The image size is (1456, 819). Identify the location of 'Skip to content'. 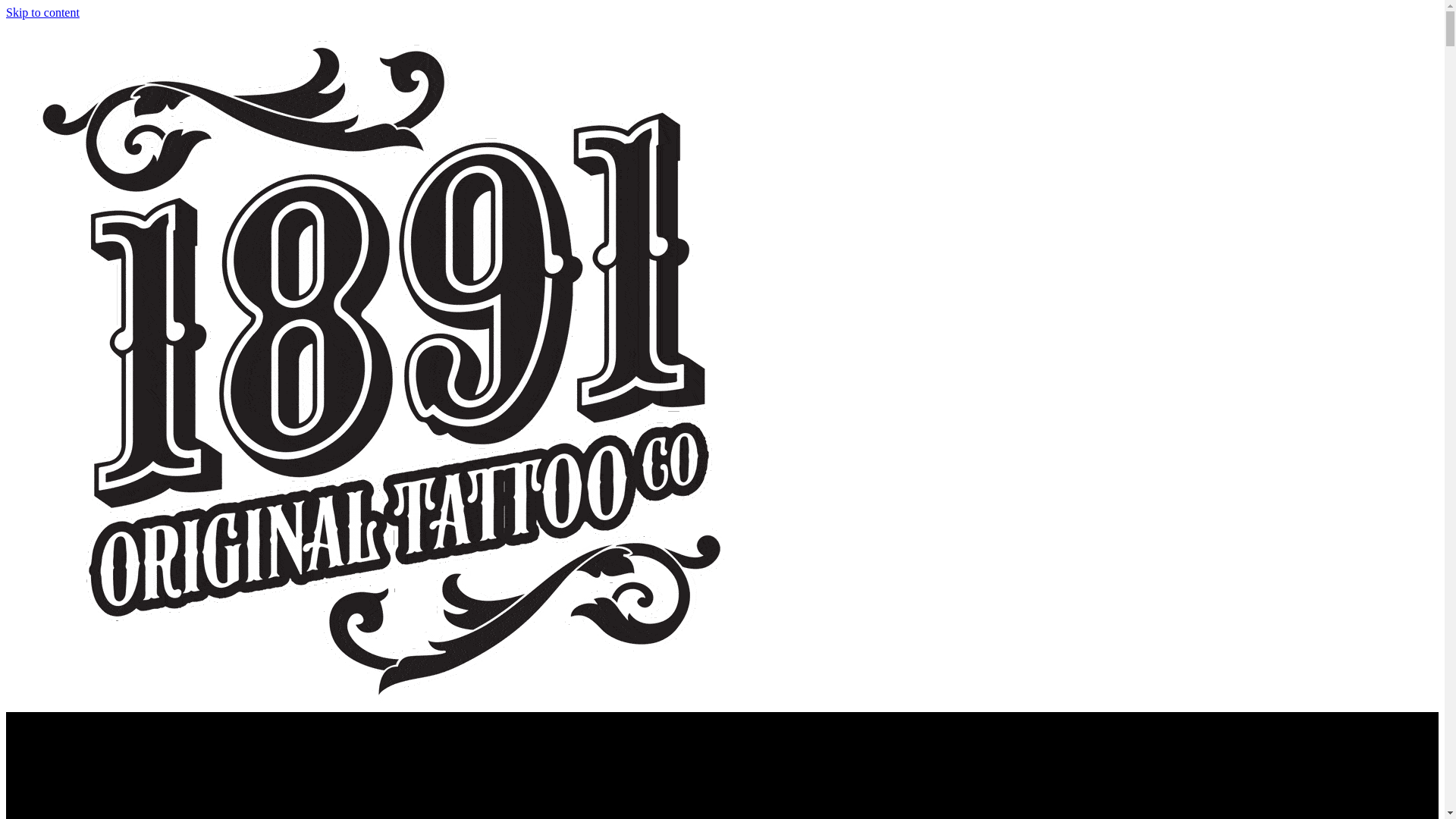
(42, 12).